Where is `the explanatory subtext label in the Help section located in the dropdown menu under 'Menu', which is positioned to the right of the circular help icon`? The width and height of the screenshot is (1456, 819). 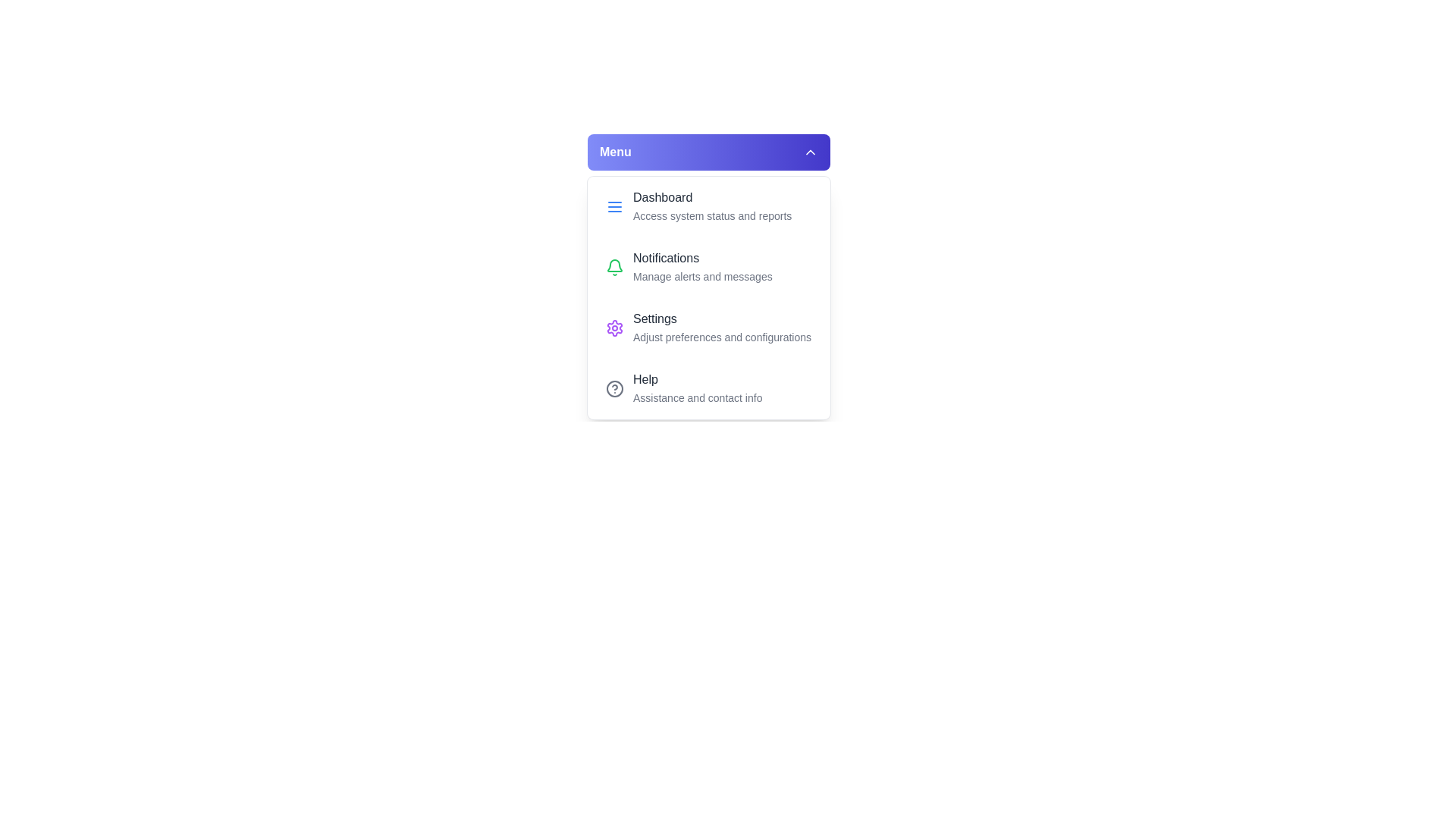
the explanatory subtext label in the Help section located in the dropdown menu under 'Menu', which is positioned to the right of the circular help icon is located at coordinates (697, 388).